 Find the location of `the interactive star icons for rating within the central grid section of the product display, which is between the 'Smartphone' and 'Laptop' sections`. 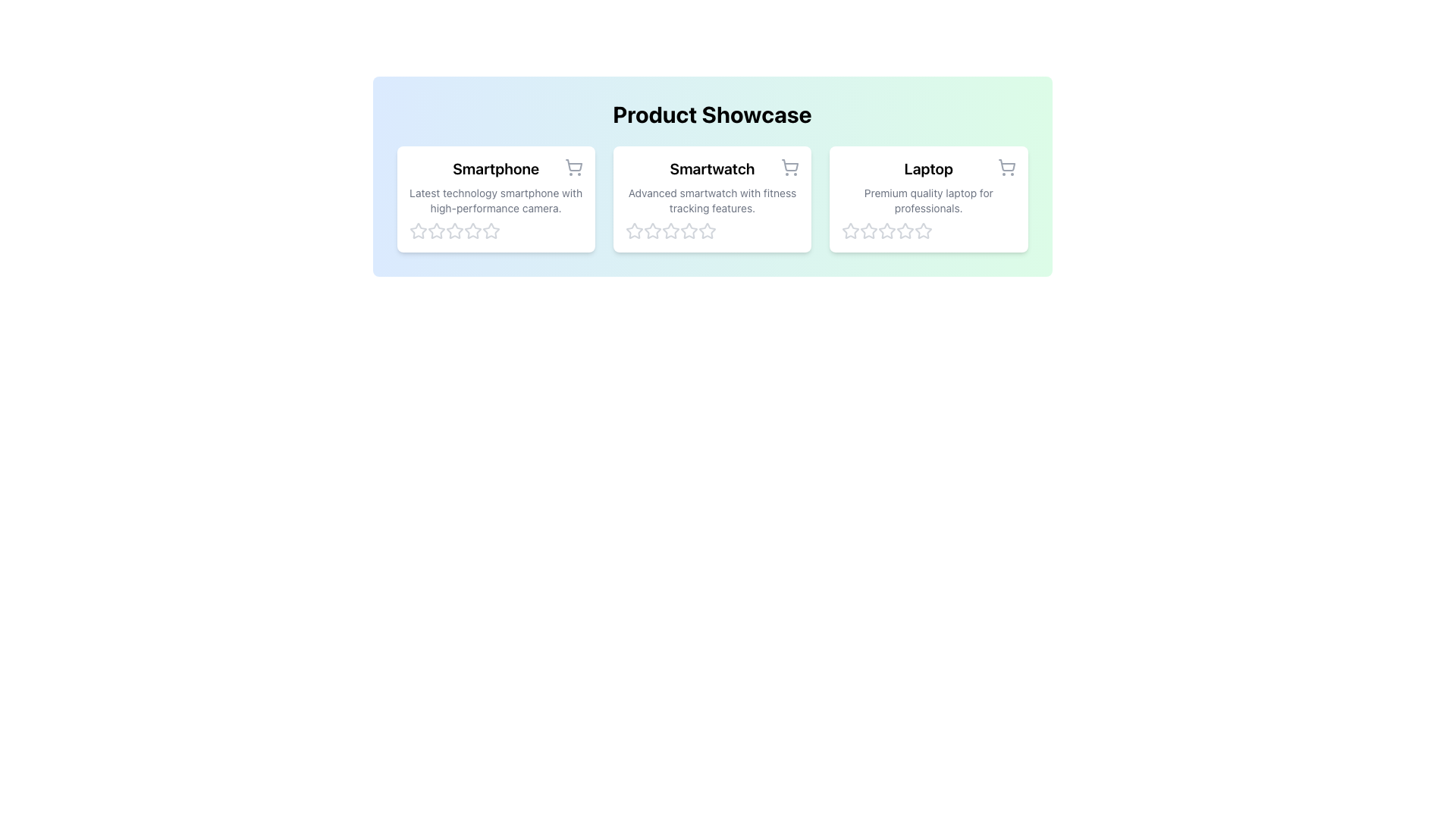

the interactive star icons for rating within the central grid section of the product display, which is between the 'Smartphone' and 'Laptop' sections is located at coordinates (711, 198).